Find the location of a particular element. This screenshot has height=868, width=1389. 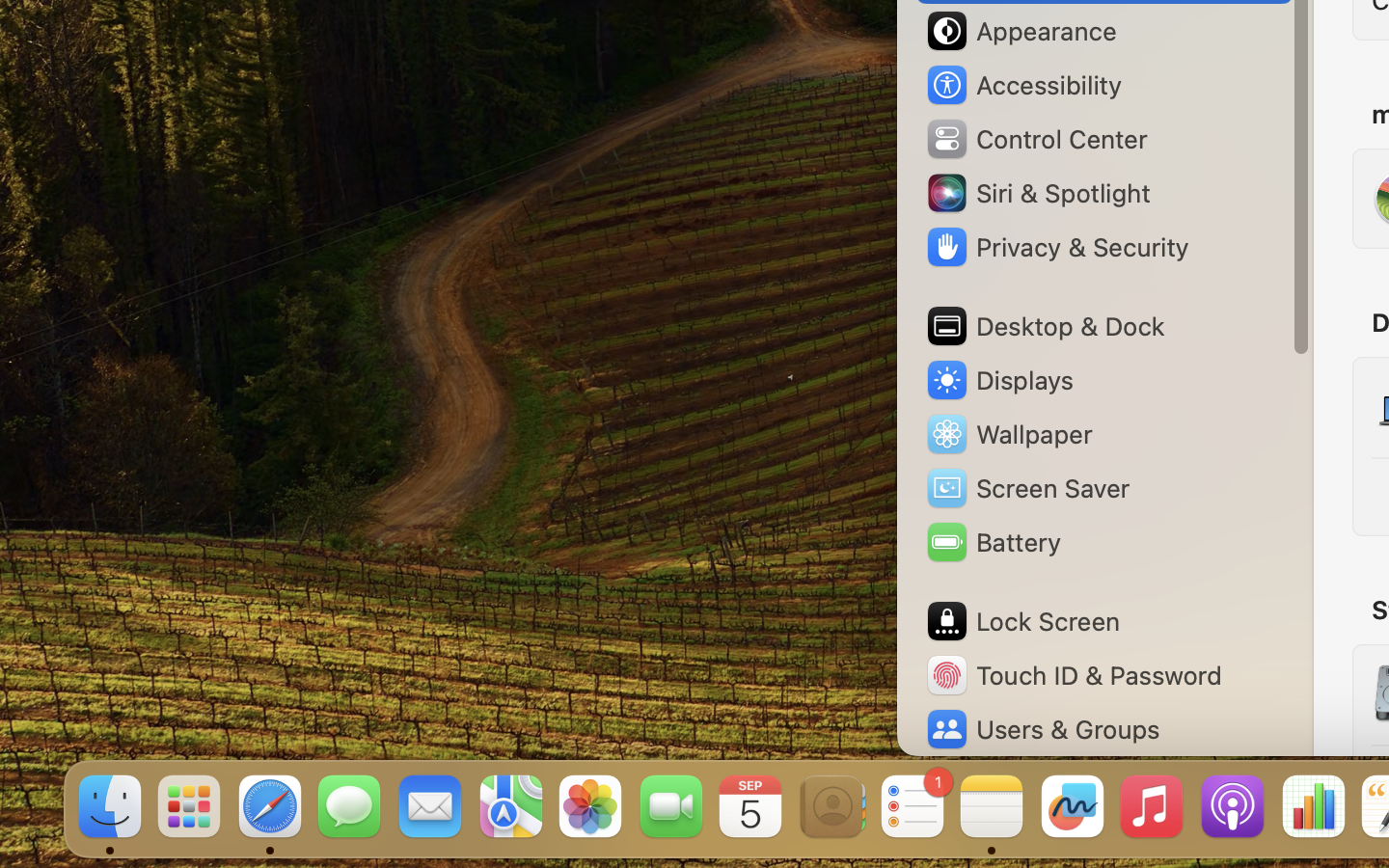

'Siri & Spotlight' is located at coordinates (1036, 192).